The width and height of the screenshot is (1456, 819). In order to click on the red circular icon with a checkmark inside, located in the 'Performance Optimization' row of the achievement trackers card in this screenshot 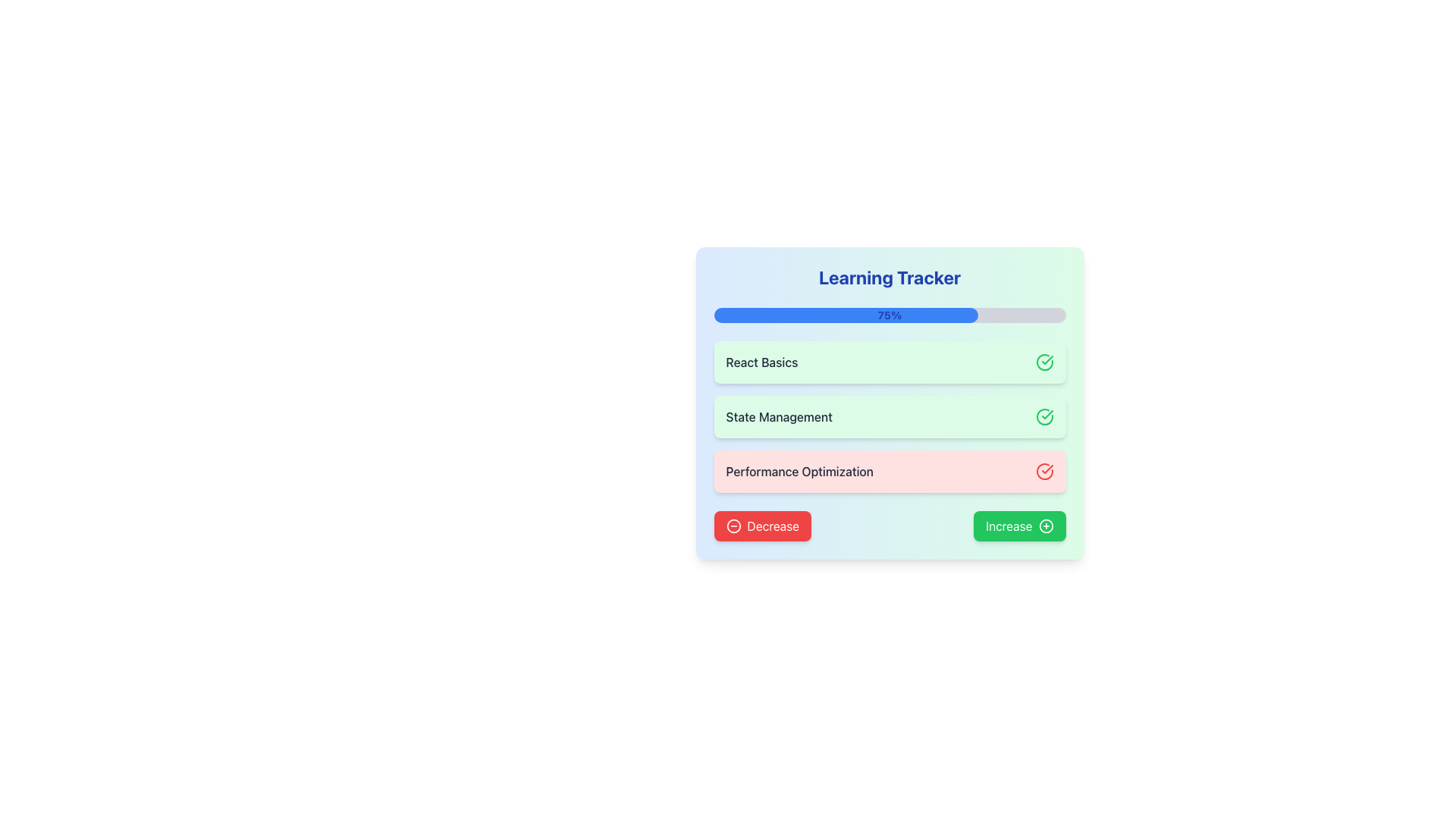, I will do `click(1043, 470)`.